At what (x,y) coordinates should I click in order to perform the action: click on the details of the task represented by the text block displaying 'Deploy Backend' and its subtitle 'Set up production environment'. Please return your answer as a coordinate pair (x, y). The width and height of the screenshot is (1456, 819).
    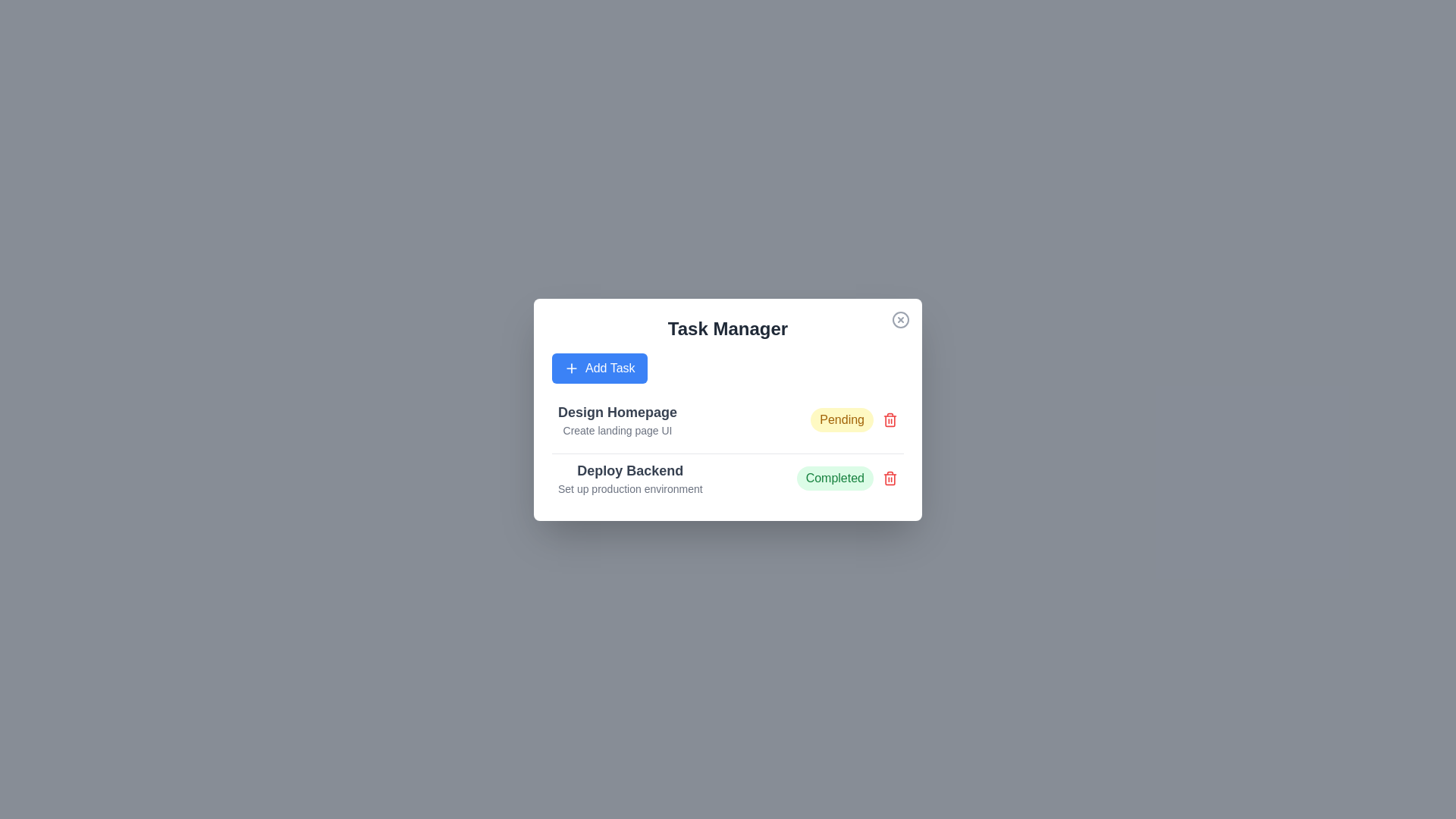
    Looking at the image, I should click on (630, 478).